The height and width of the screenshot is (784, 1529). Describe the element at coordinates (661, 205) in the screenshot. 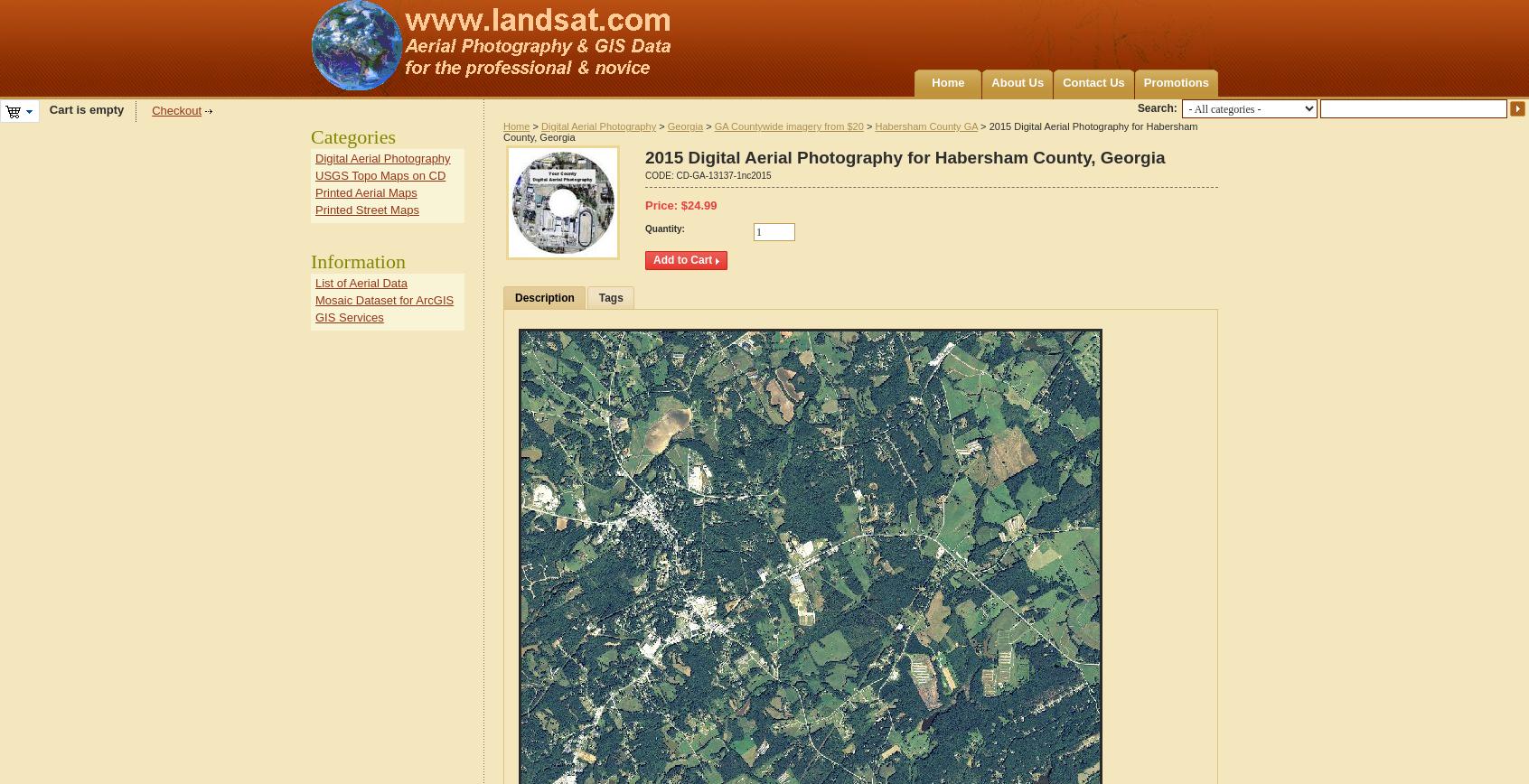

I see `'Price:'` at that location.